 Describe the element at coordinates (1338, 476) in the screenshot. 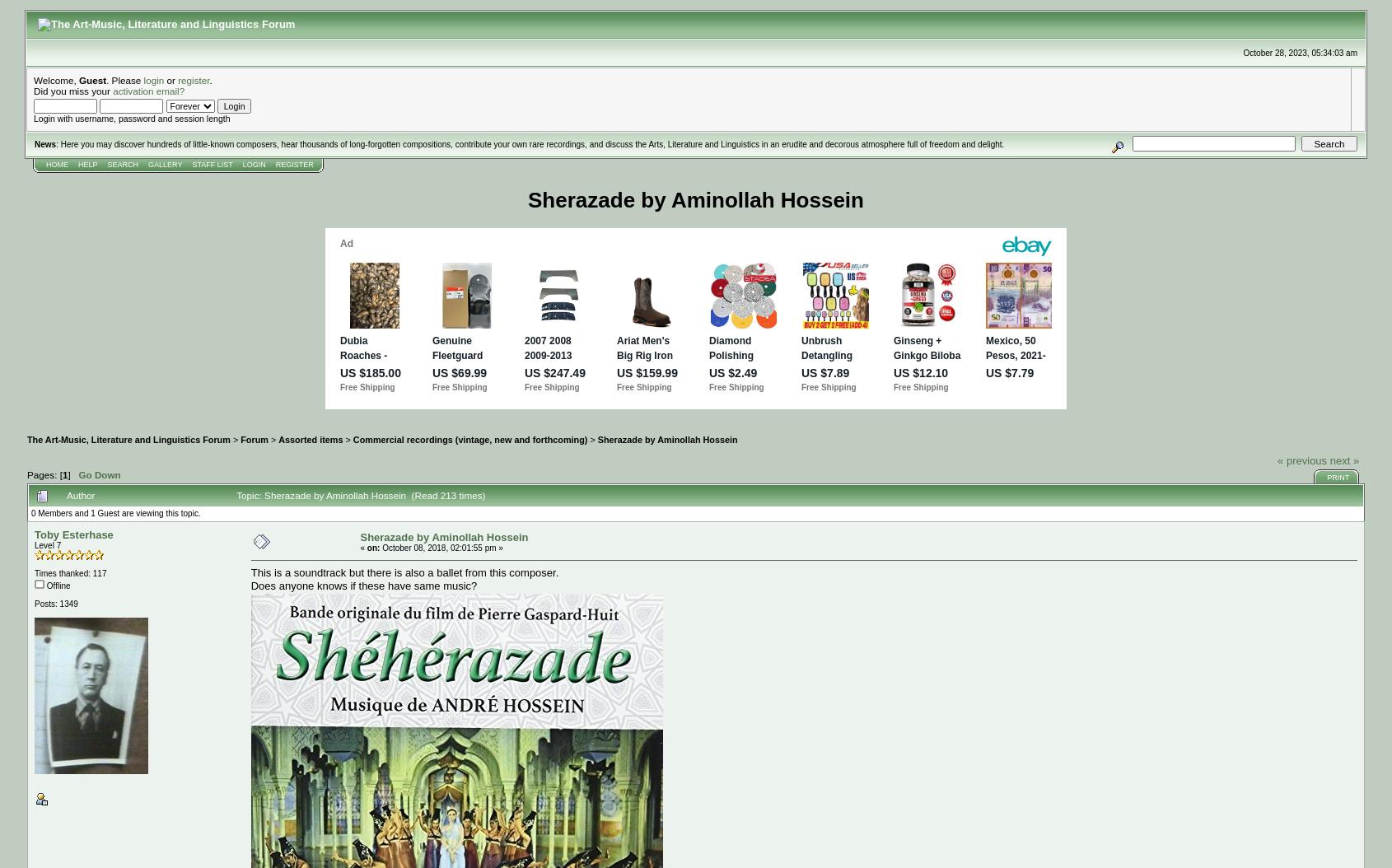

I see `'Print'` at that location.